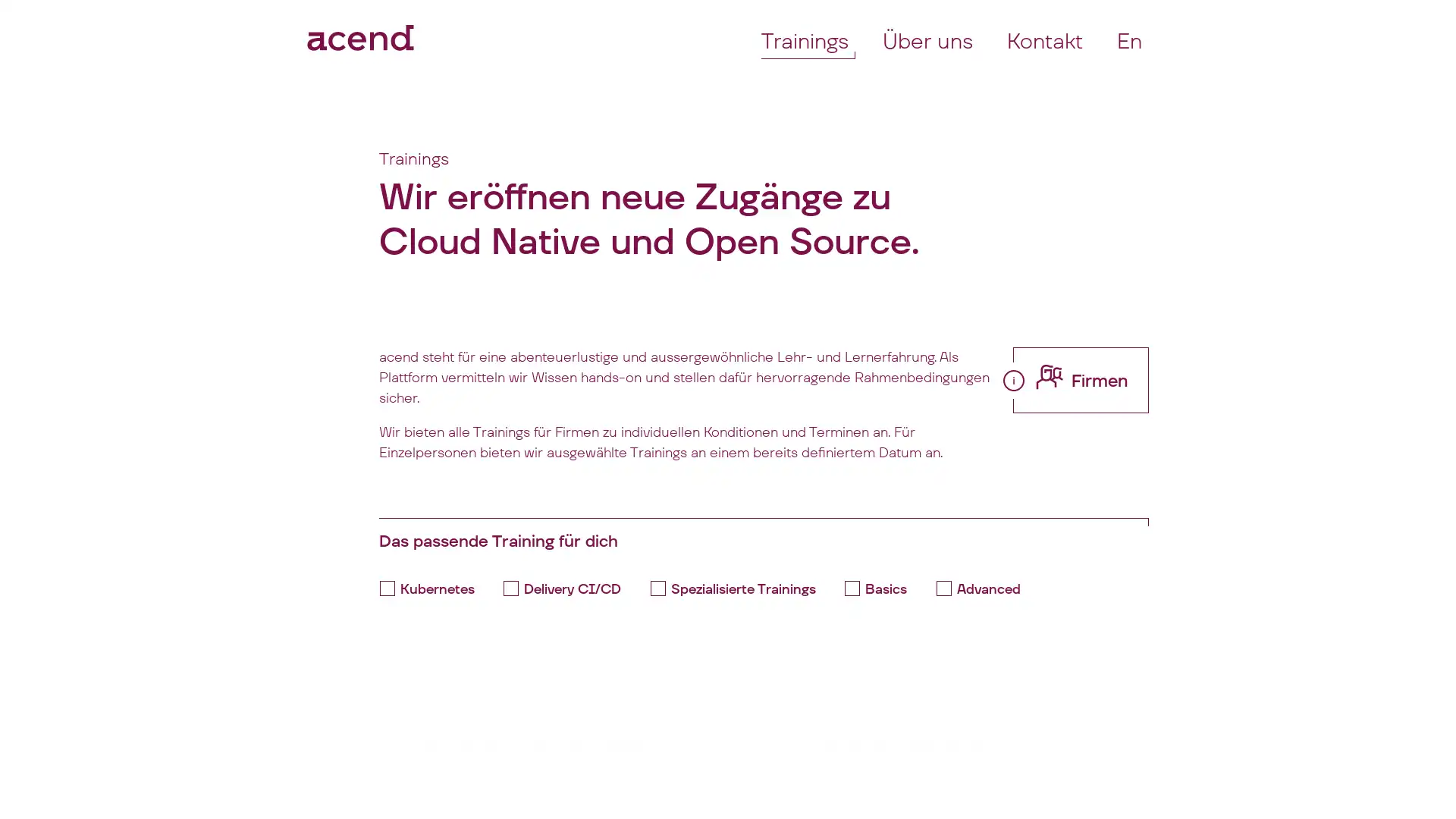  What do you see at coordinates (880, 588) in the screenshot?
I see `Basics` at bounding box center [880, 588].